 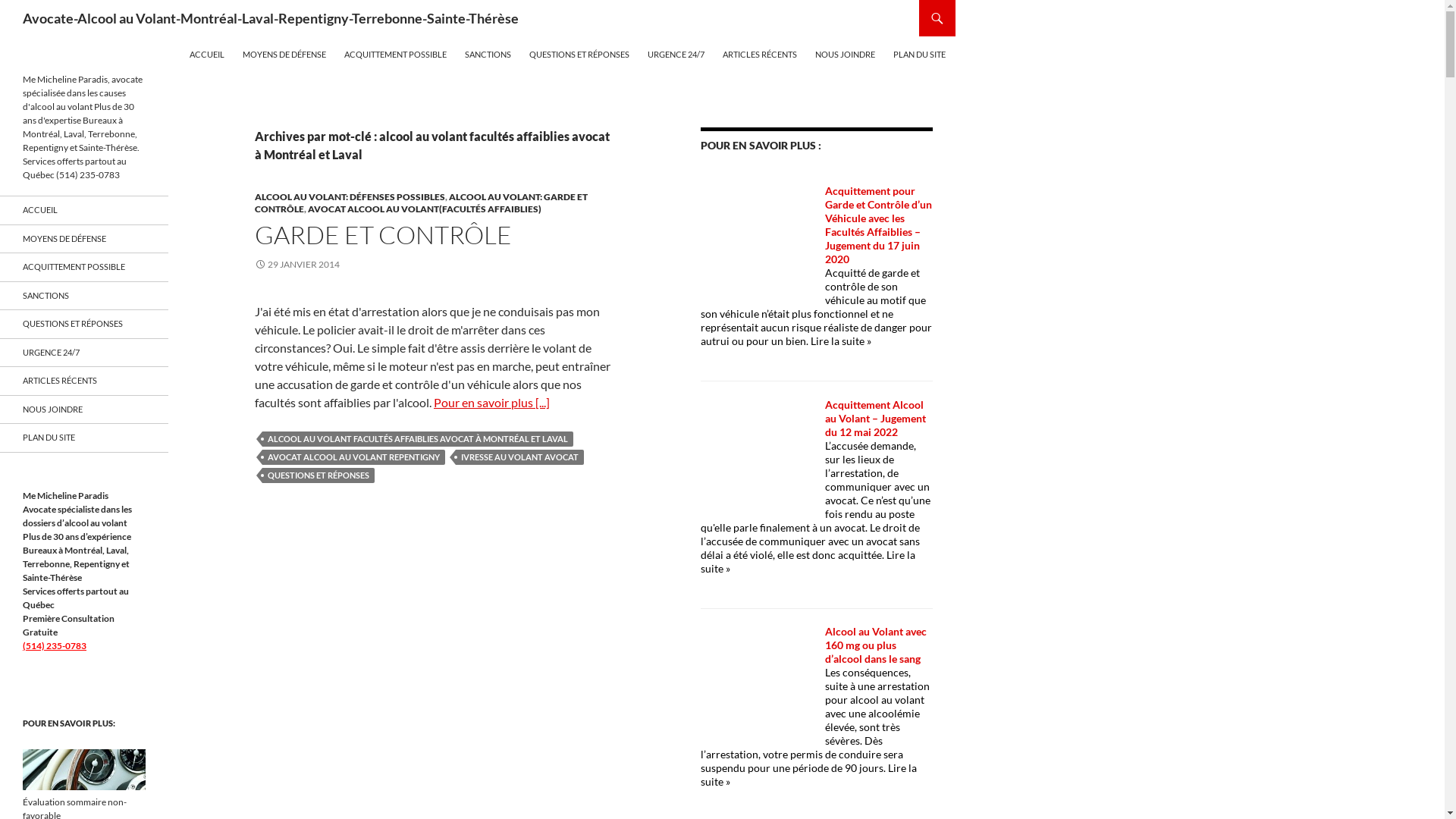 I want to click on '(514) 235-0783', so click(x=22, y=645).